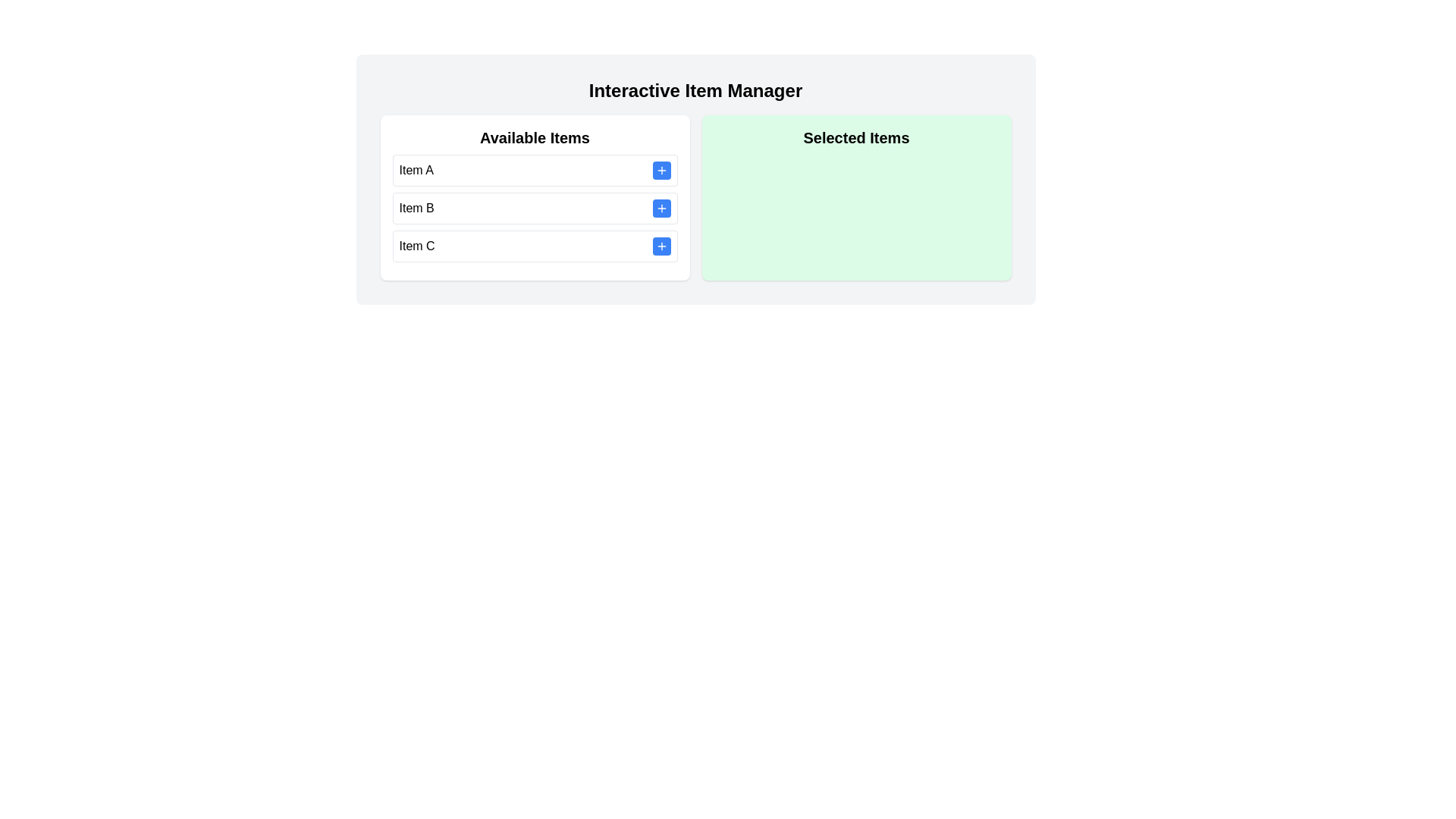 The height and width of the screenshot is (819, 1456). I want to click on the button with an icon that adds 'Item B' to the 'Selected Items' list, so click(661, 208).